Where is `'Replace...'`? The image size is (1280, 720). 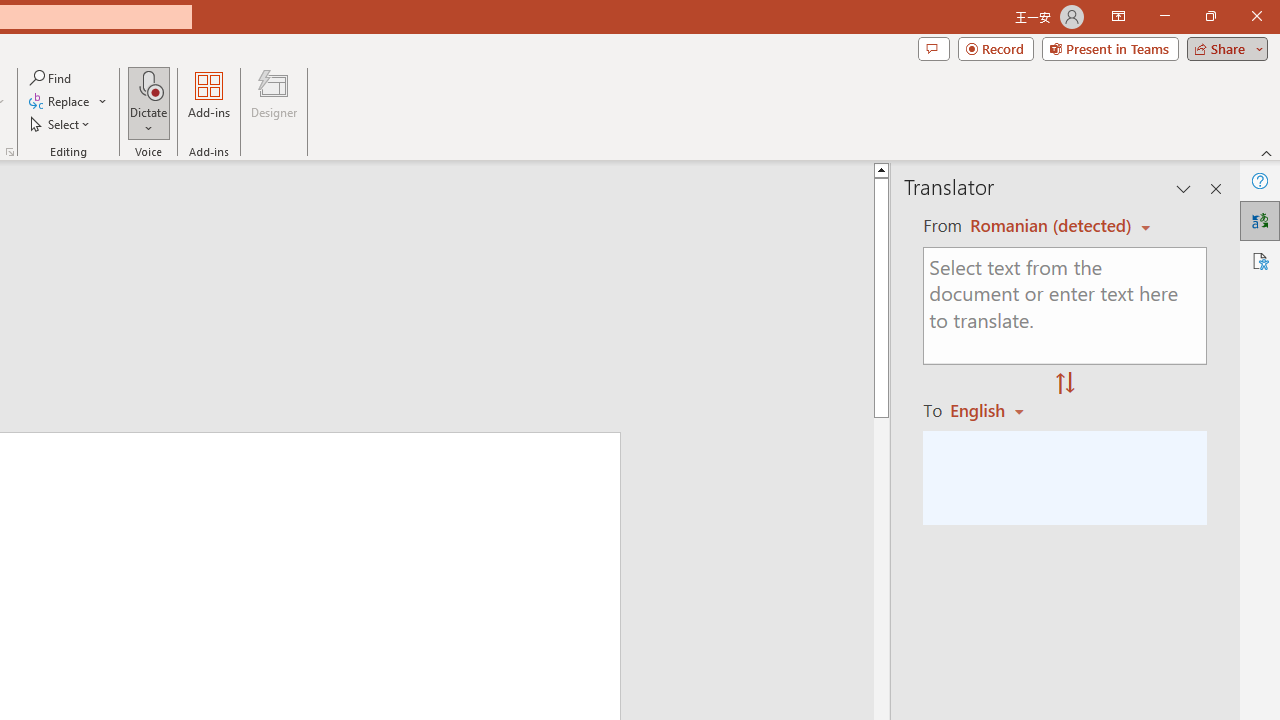
'Replace...' is located at coordinates (60, 101).